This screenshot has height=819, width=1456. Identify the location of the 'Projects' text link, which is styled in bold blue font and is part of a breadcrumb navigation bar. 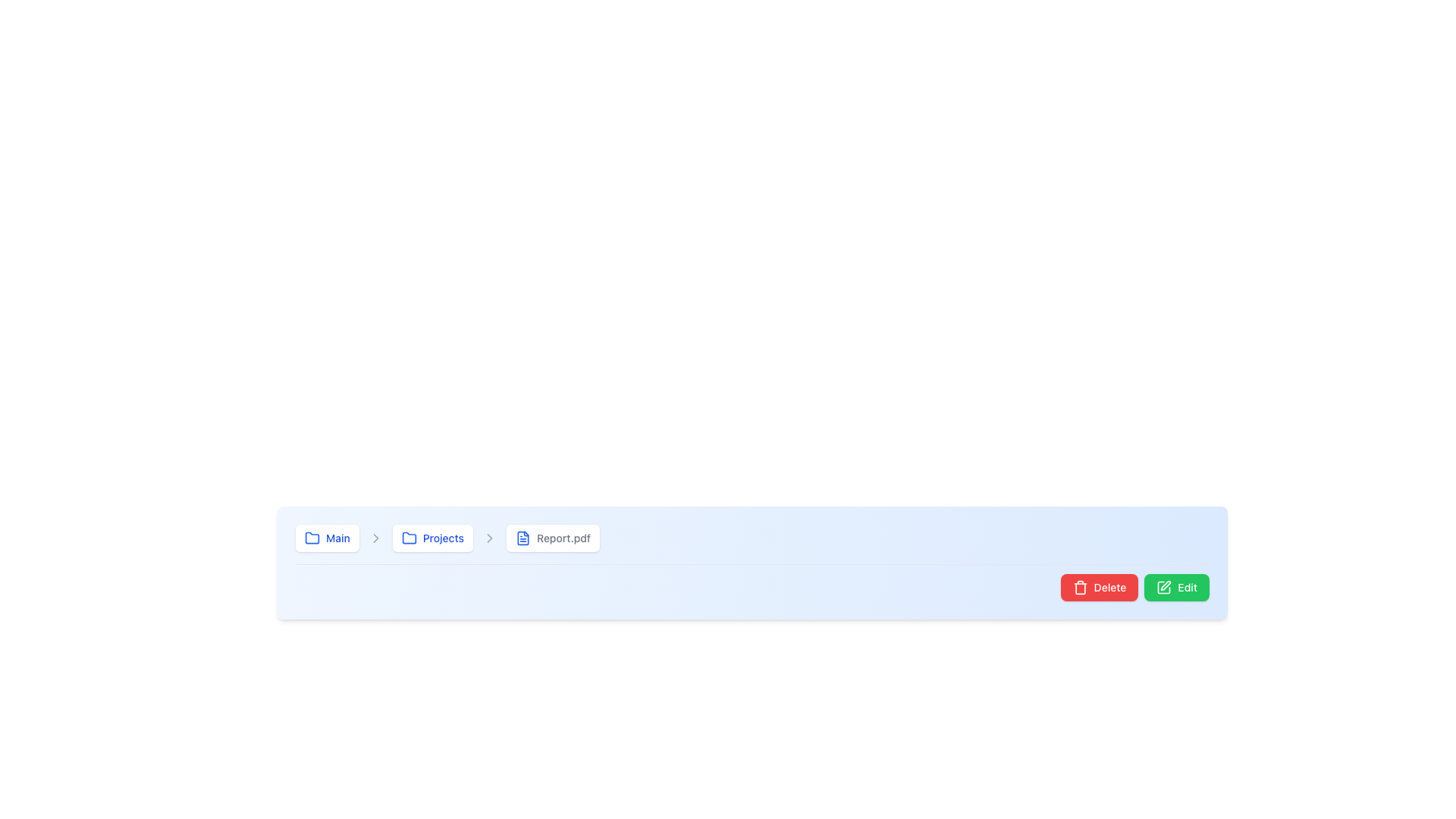
(442, 537).